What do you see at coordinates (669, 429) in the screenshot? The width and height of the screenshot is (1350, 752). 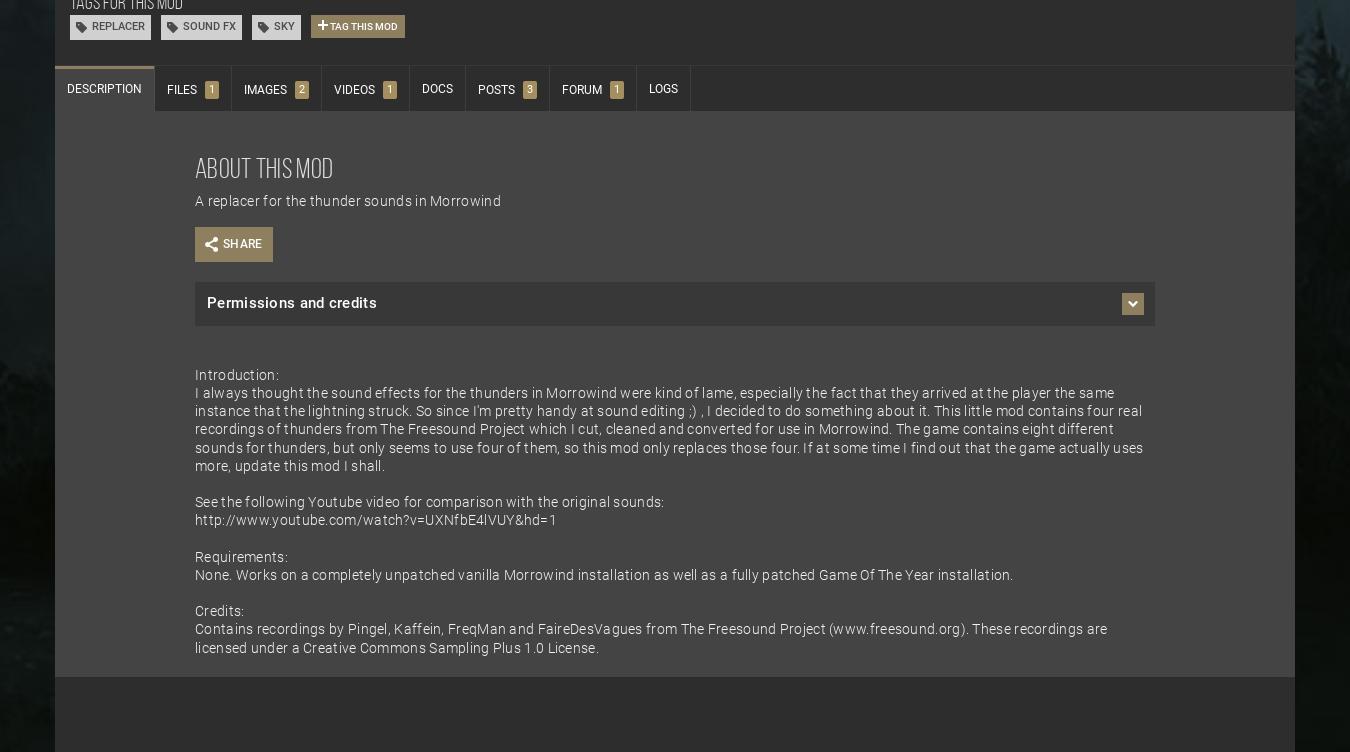 I see `'I always thought the sound effects for the thunders in Morrowind were kind of lame, especially the fact that they arrived at the player the same instance that the lightning struck. So since I'm pretty handy at sound editing ;) , I decided to do something about it. This little mod contains four real recordings of thunders from The Freesound Project which I cut, cleaned and converted for use in Morrowind. The game contains eight different sounds for thunders, but only seems to use four of them, so this mod only replaces those four. If at some time I find out that the game actually uses more, update this mod I shall.'` at bounding box center [669, 429].